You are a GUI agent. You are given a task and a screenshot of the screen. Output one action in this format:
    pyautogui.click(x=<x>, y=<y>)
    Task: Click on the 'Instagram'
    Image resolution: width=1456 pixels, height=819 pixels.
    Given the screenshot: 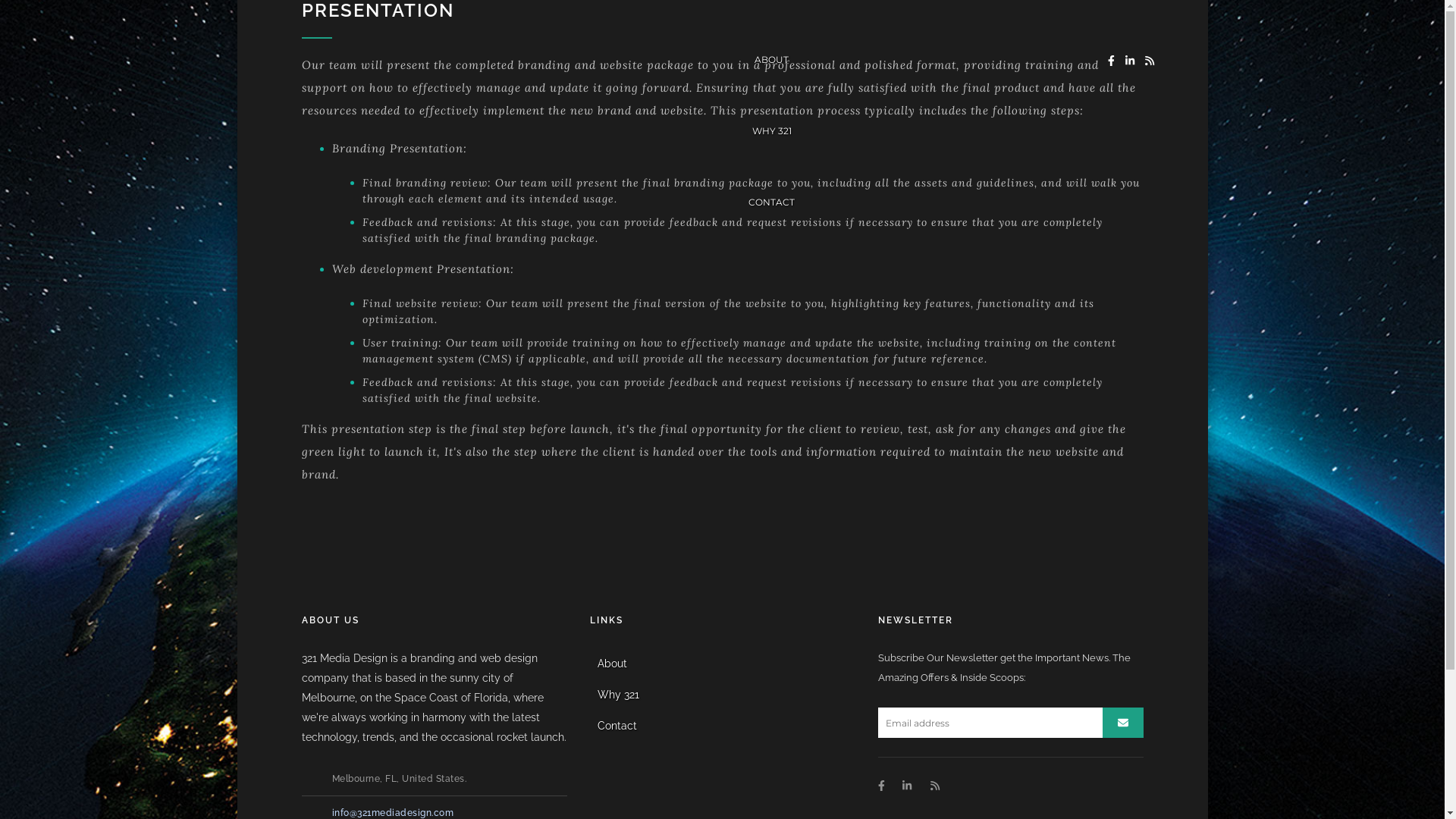 What is the action you would take?
    pyautogui.click(x=906, y=785)
    